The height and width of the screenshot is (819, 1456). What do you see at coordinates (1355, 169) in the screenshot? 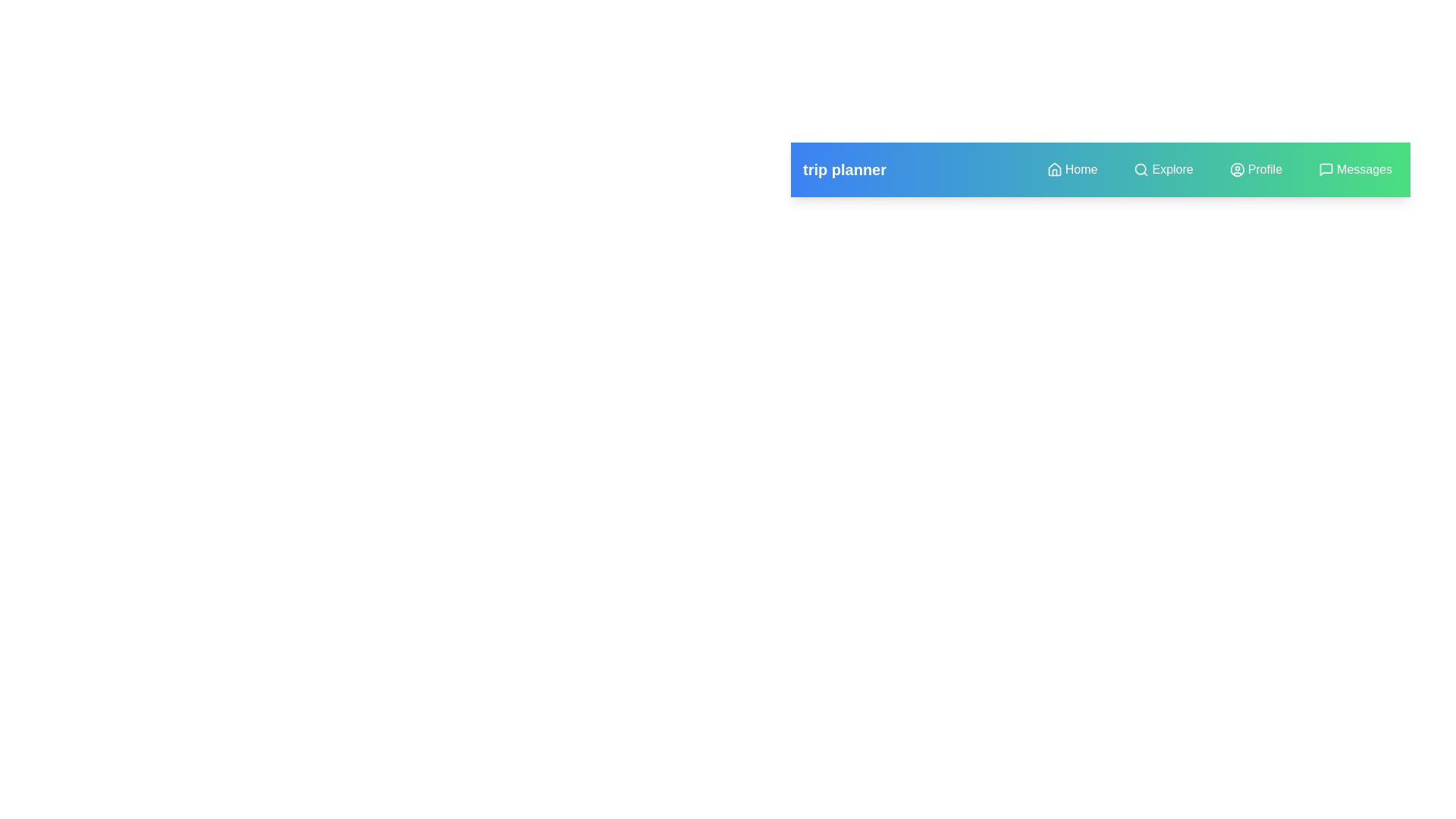
I see `the navigation menu item Messages to navigate to the respective section` at bounding box center [1355, 169].